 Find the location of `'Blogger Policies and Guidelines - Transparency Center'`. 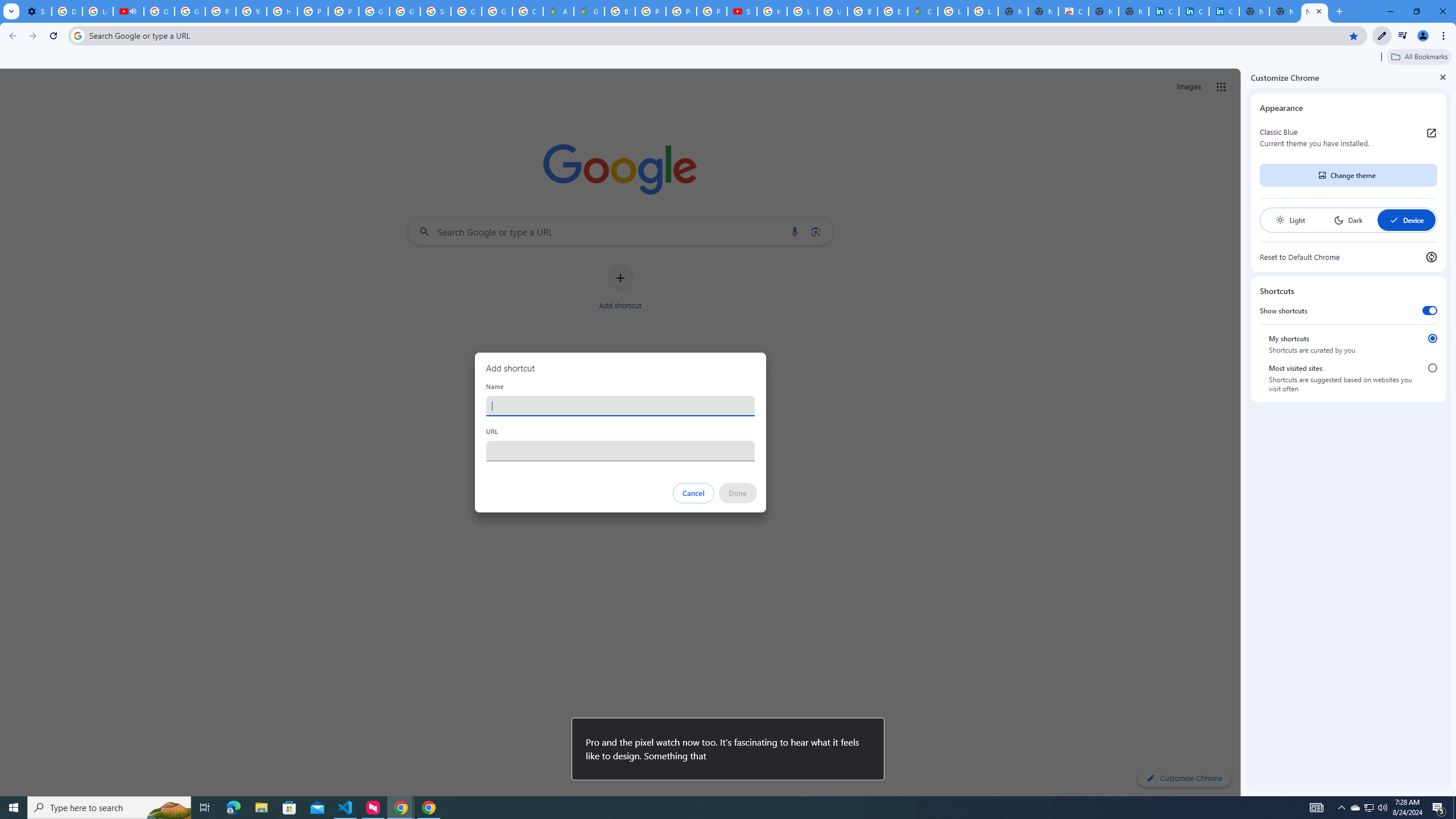

'Blogger Policies and Guidelines - Transparency Center' is located at coordinates (619, 11).